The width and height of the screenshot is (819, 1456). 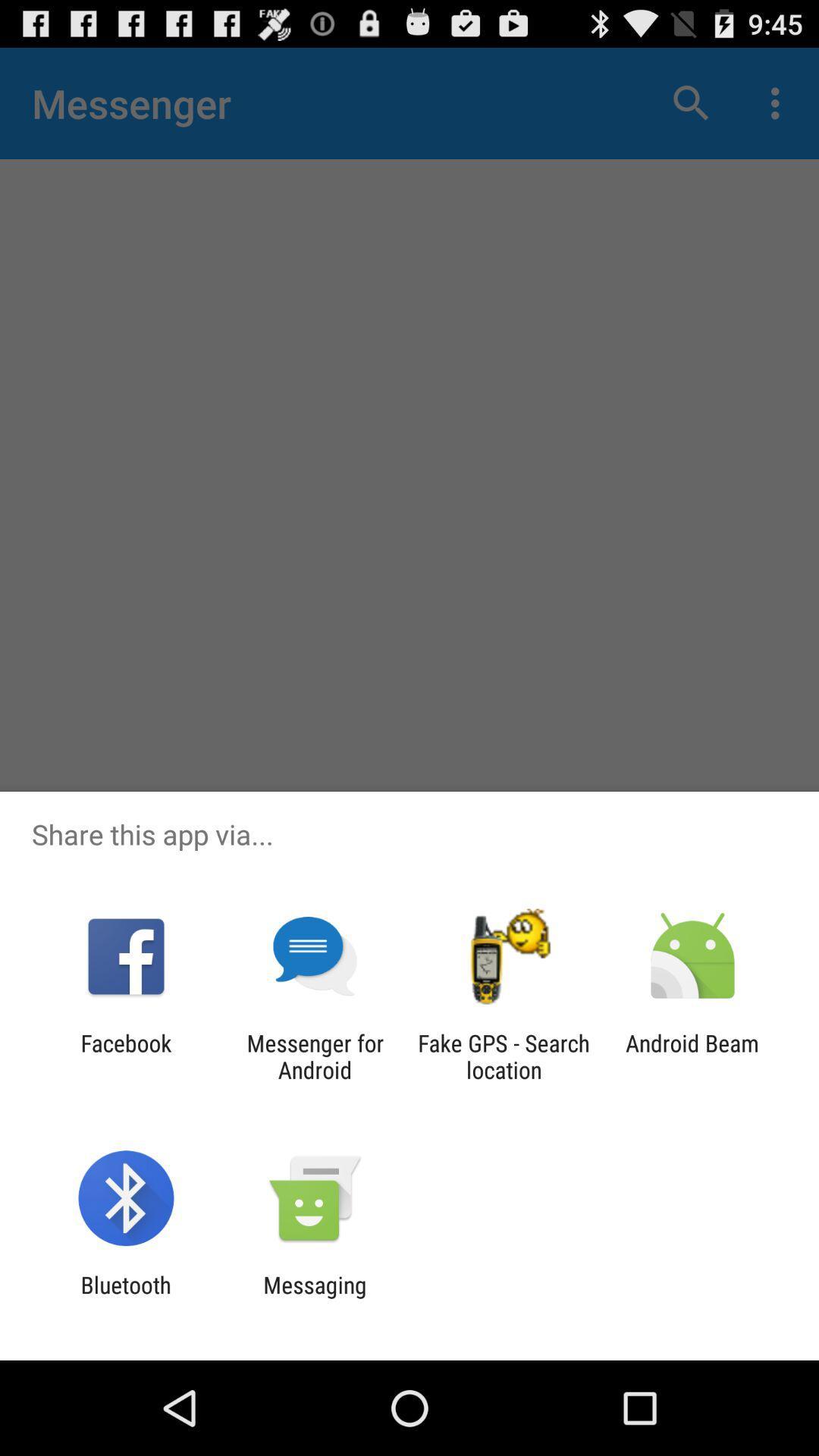 What do you see at coordinates (314, 1056) in the screenshot?
I see `the app next to fake gps search` at bounding box center [314, 1056].